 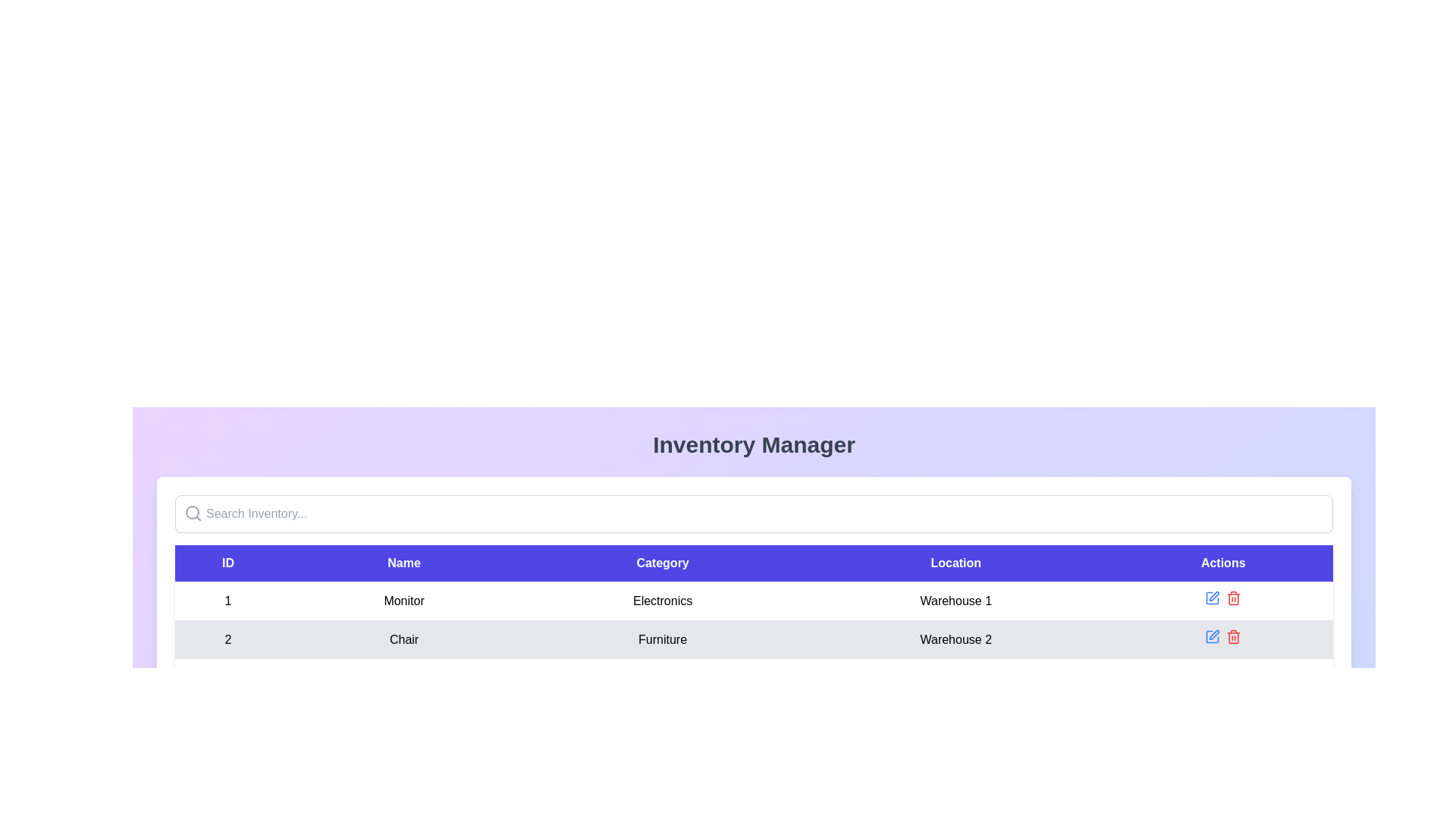 I want to click on the 'Actions' column header text label, which is the fifth element in the header row of the table, located at the far-right position, so click(x=1223, y=563).